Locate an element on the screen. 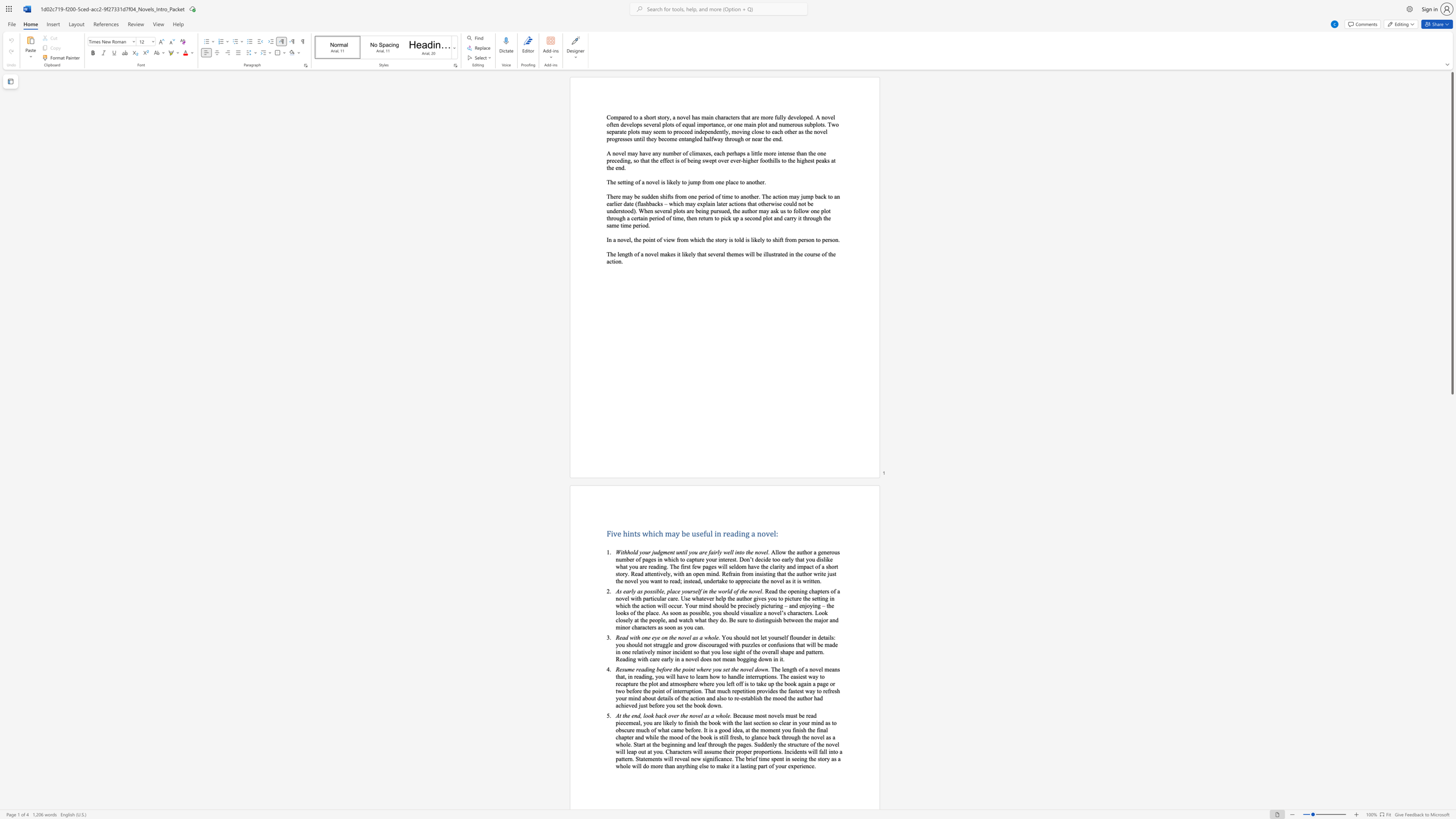  the subset text "ne relatively minor incident so that you lose sight of the overall" within the text ". You should not let yourself flounder in details: you should not struggle and grow discouraged with puzzles or confusions that will be made in one relatively minor incident so that you lose sight of the overall shape and pattern. Reading with care early in a novel does not mean bogging down in it." is located at coordinates (625, 651).